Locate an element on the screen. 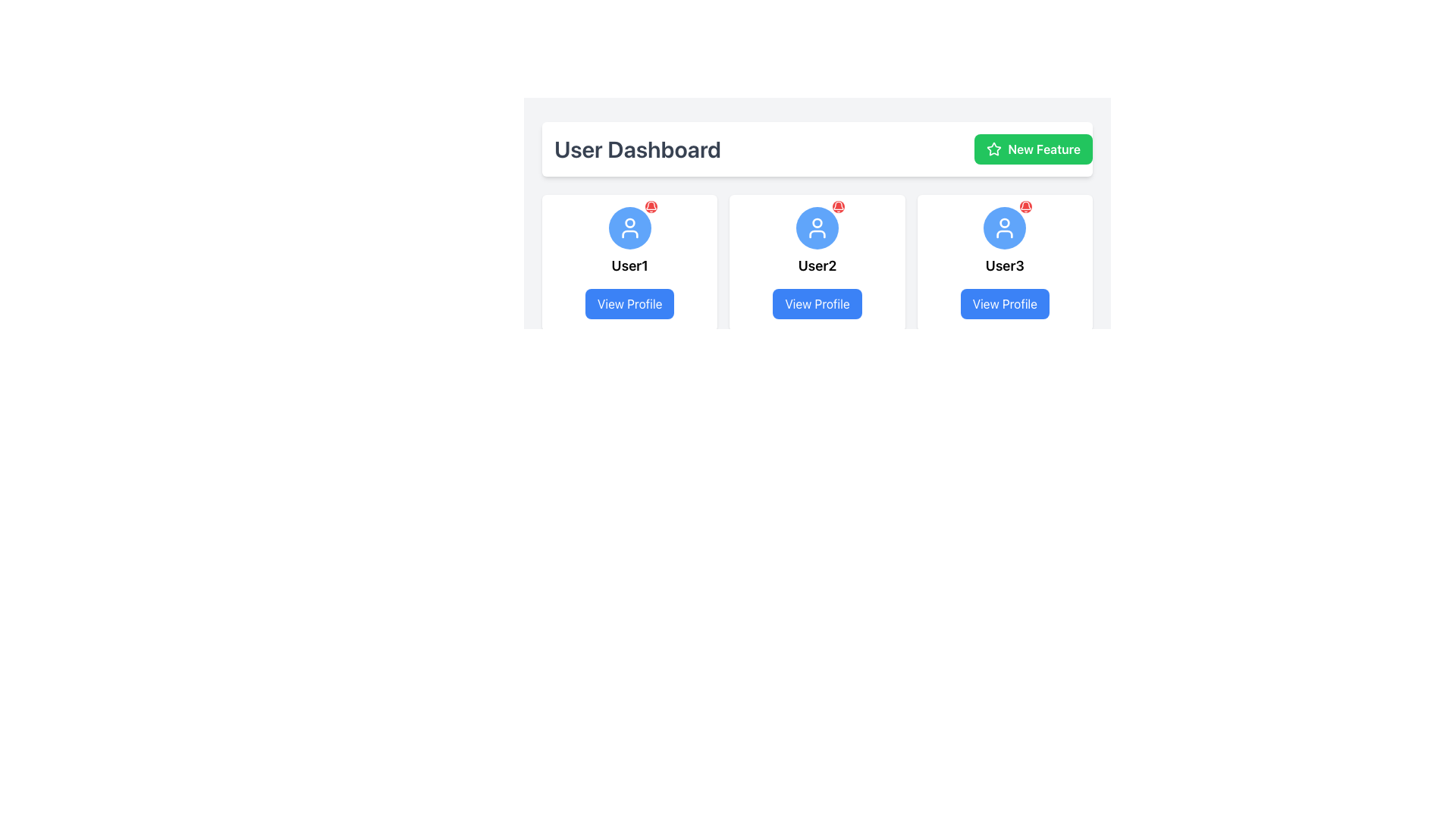  the 'View Profile' button located at the bottom section of the card for 'User2', which has a blue background and white text is located at coordinates (817, 304).